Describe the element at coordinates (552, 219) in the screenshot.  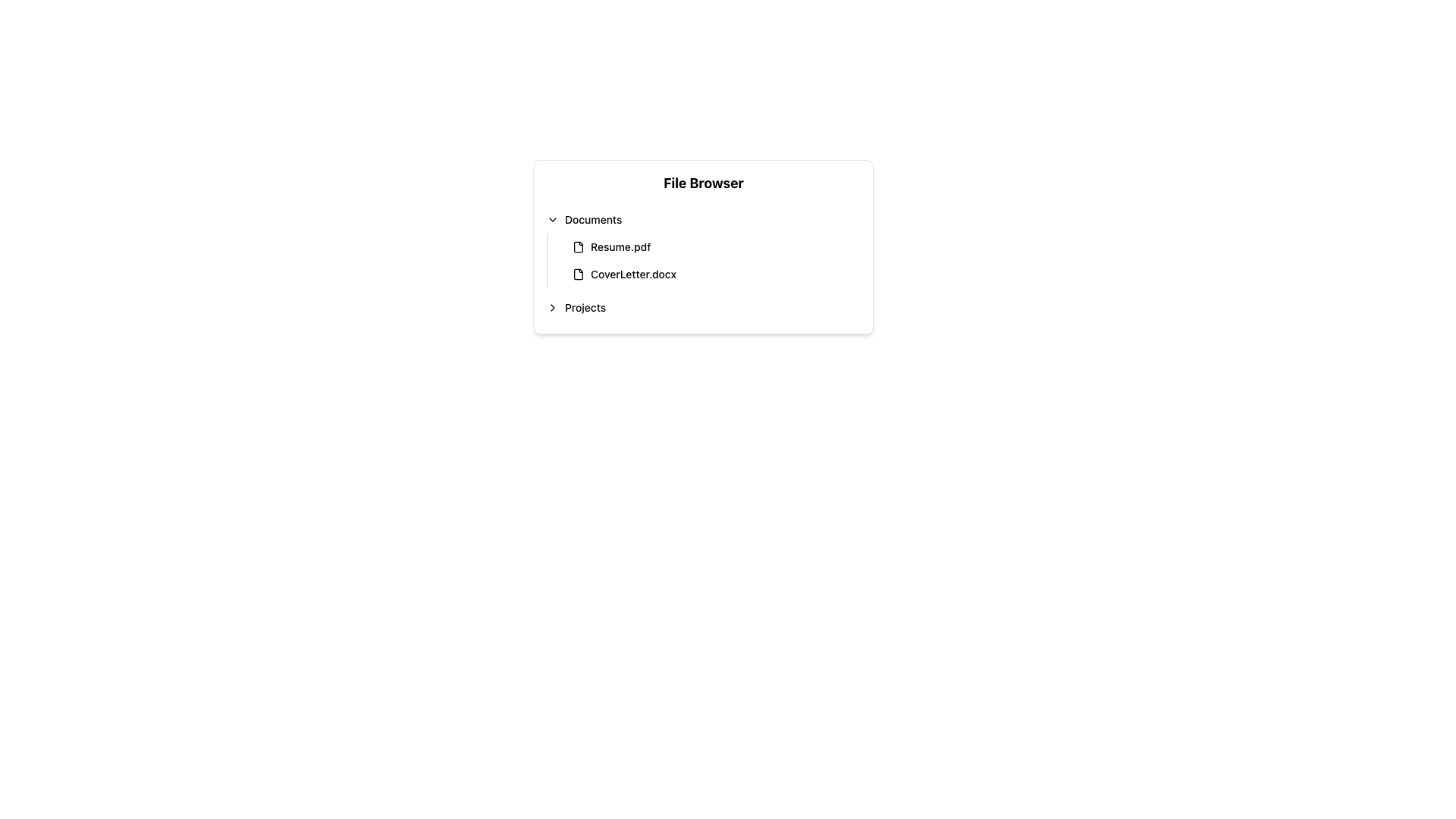
I see `the downward-pointing arrow Collapse/Expand Icon located to the left of the 'Documents' text in the 'File Browser' section to indicate its functionality` at that location.